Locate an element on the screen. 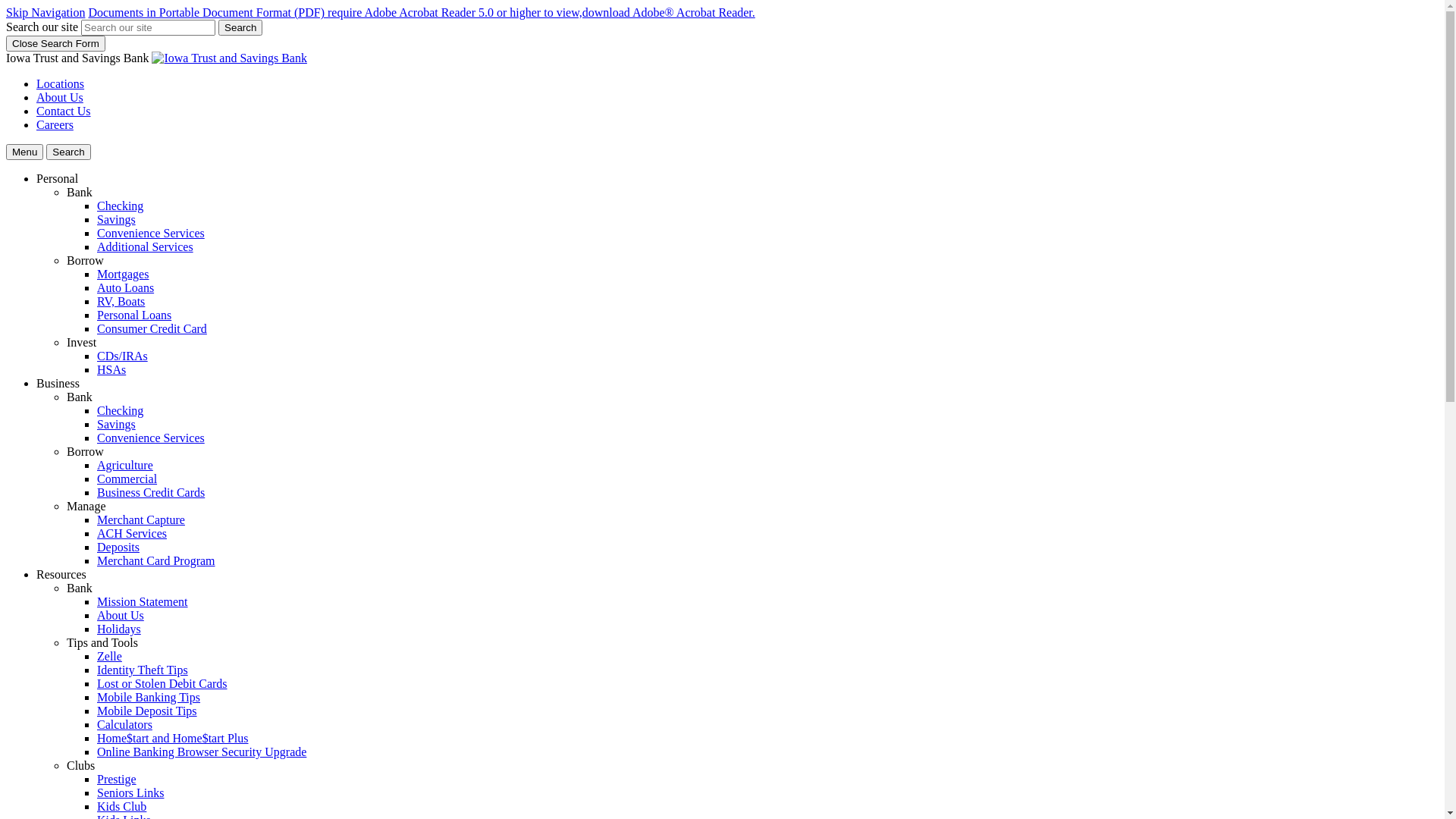 This screenshot has width=1456, height=819. 'Careers' is located at coordinates (55, 124).